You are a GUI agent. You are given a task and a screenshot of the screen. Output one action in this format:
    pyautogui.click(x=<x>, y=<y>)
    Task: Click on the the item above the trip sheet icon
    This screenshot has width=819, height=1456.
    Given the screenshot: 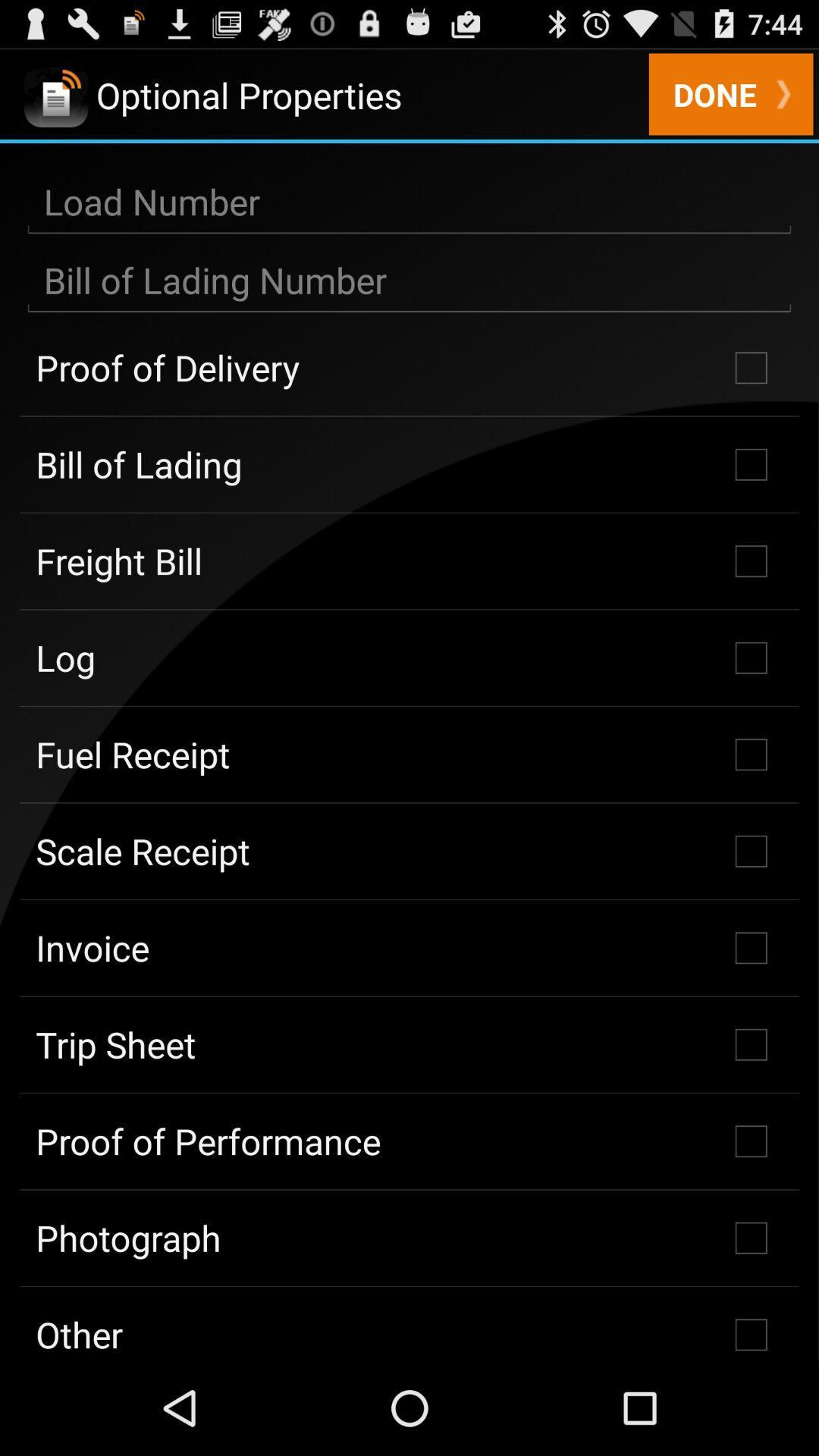 What is the action you would take?
    pyautogui.click(x=409, y=947)
    